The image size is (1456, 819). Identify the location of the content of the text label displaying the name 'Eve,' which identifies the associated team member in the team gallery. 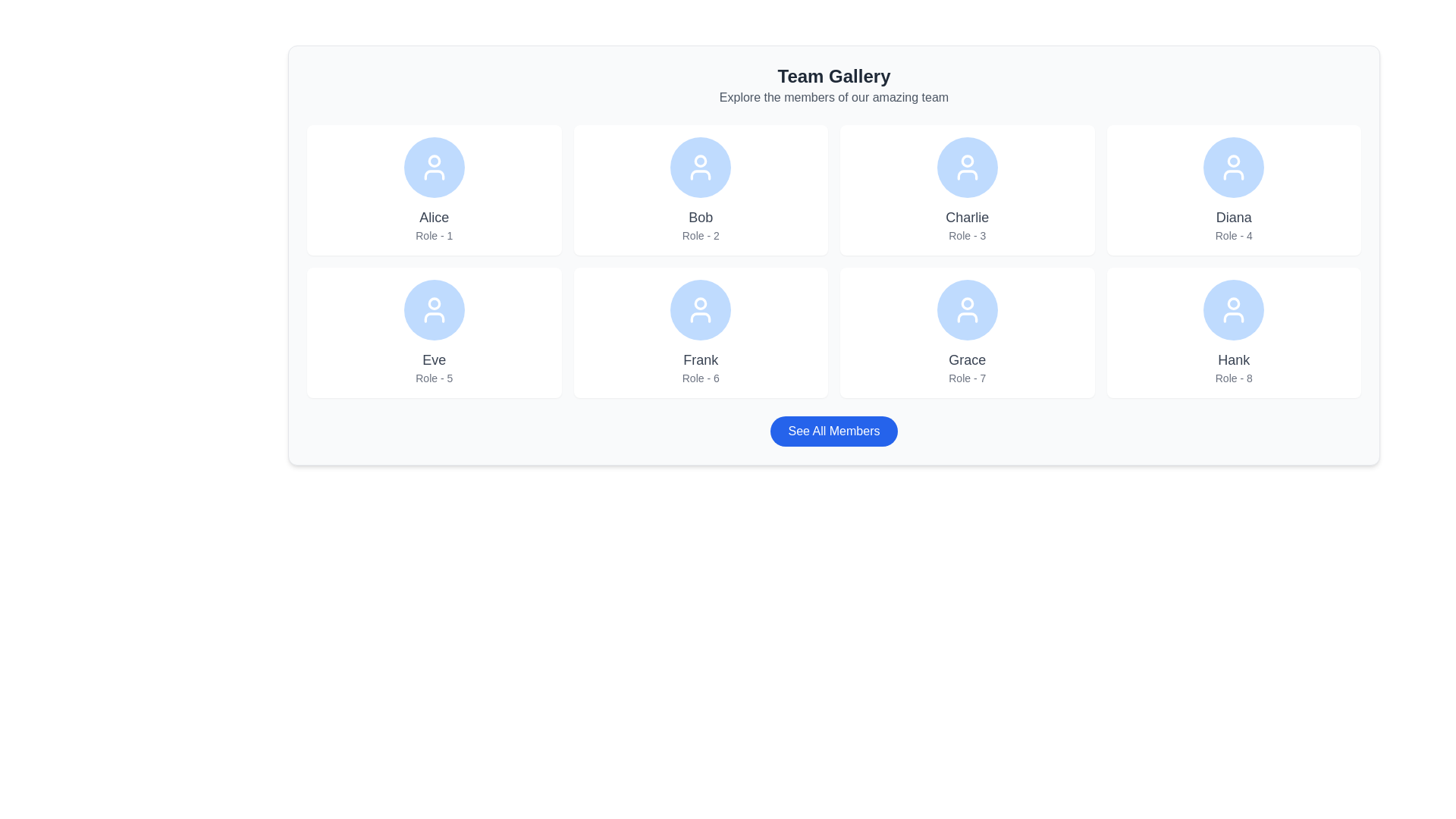
(433, 359).